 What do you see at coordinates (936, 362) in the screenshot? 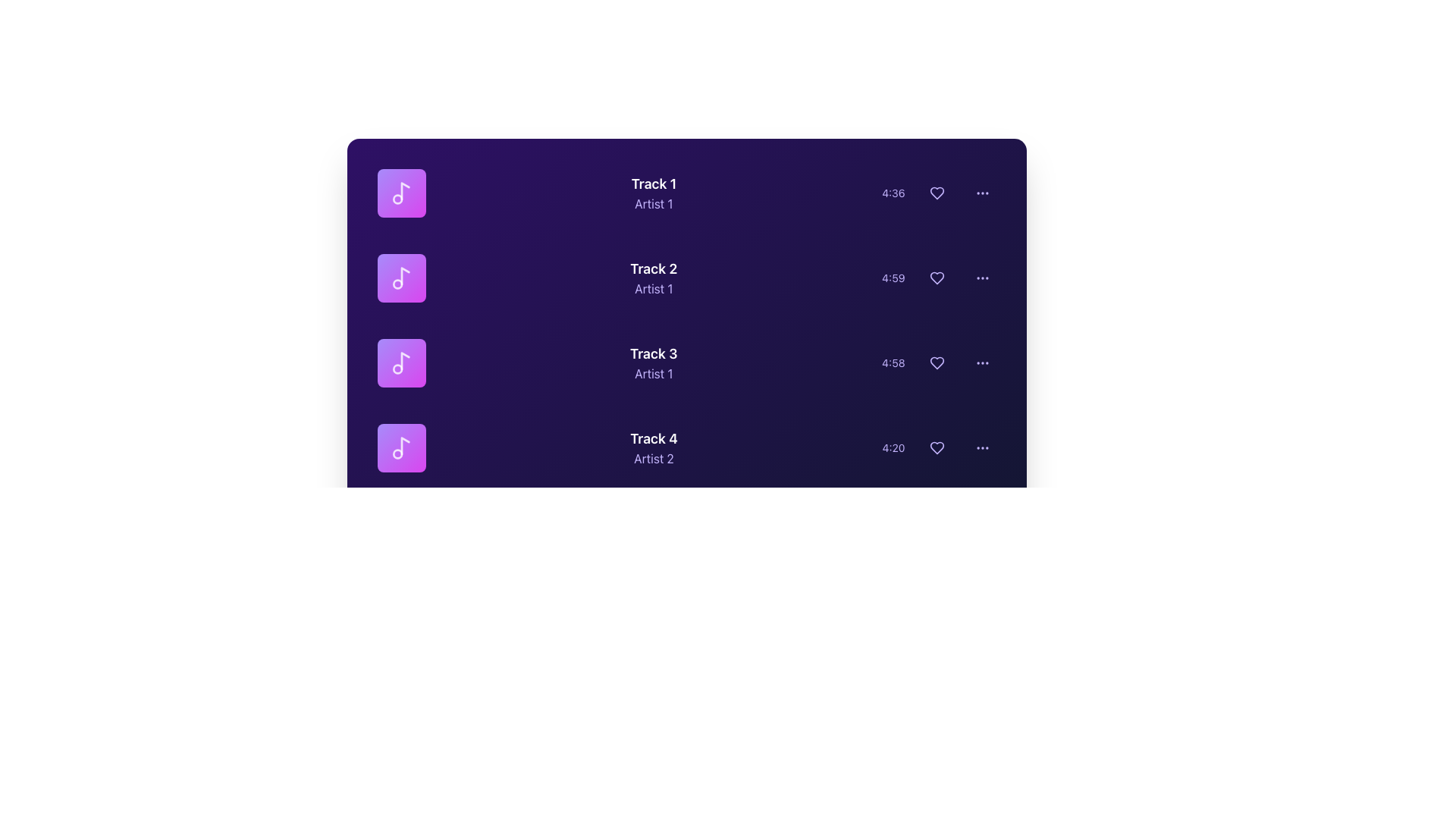
I see `the 'like' button for 'Track 3', located to the right of the '4:58' label` at bounding box center [936, 362].